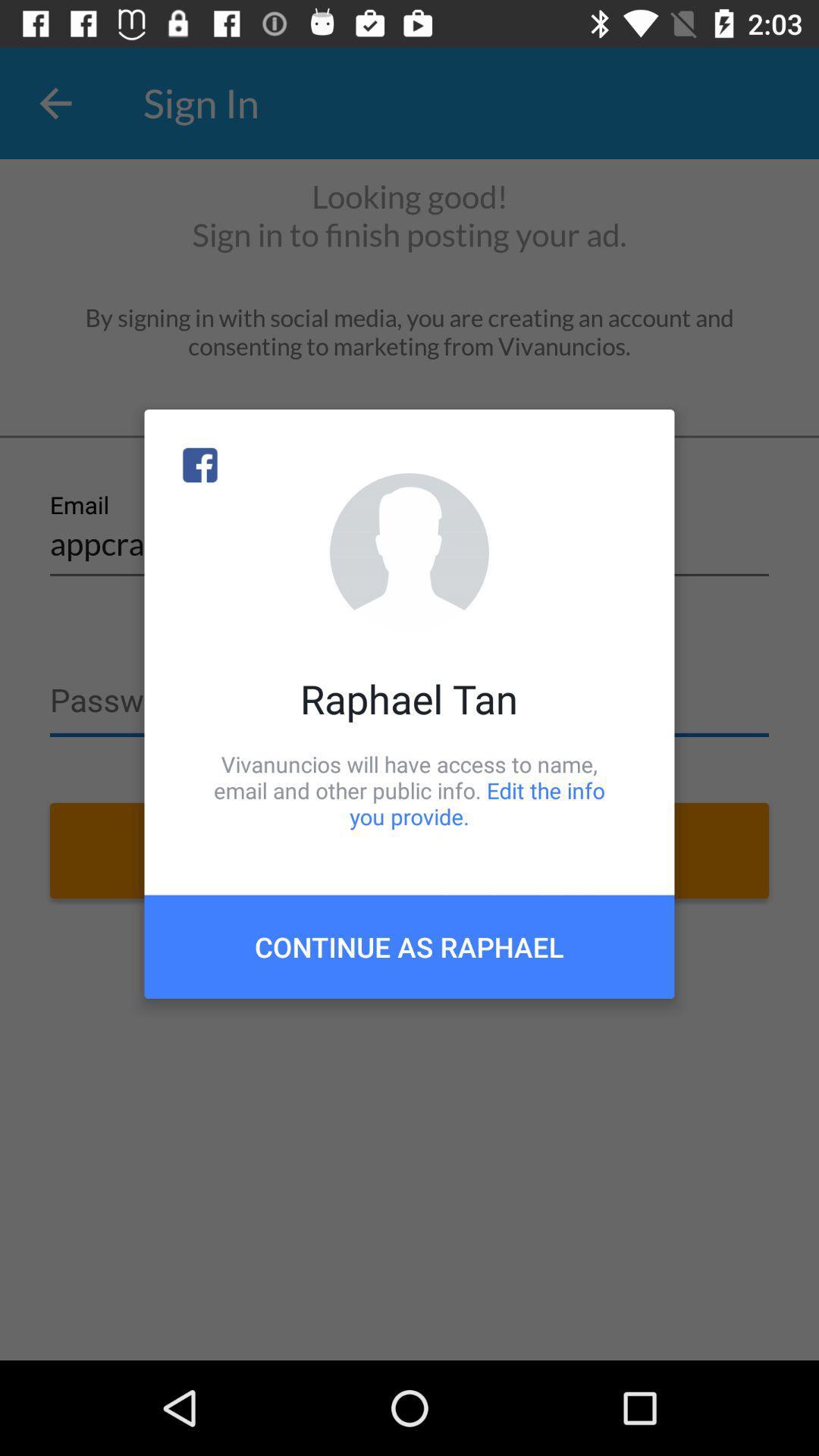 The width and height of the screenshot is (819, 1456). I want to click on the icon below raphael tan icon, so click(409, 789).